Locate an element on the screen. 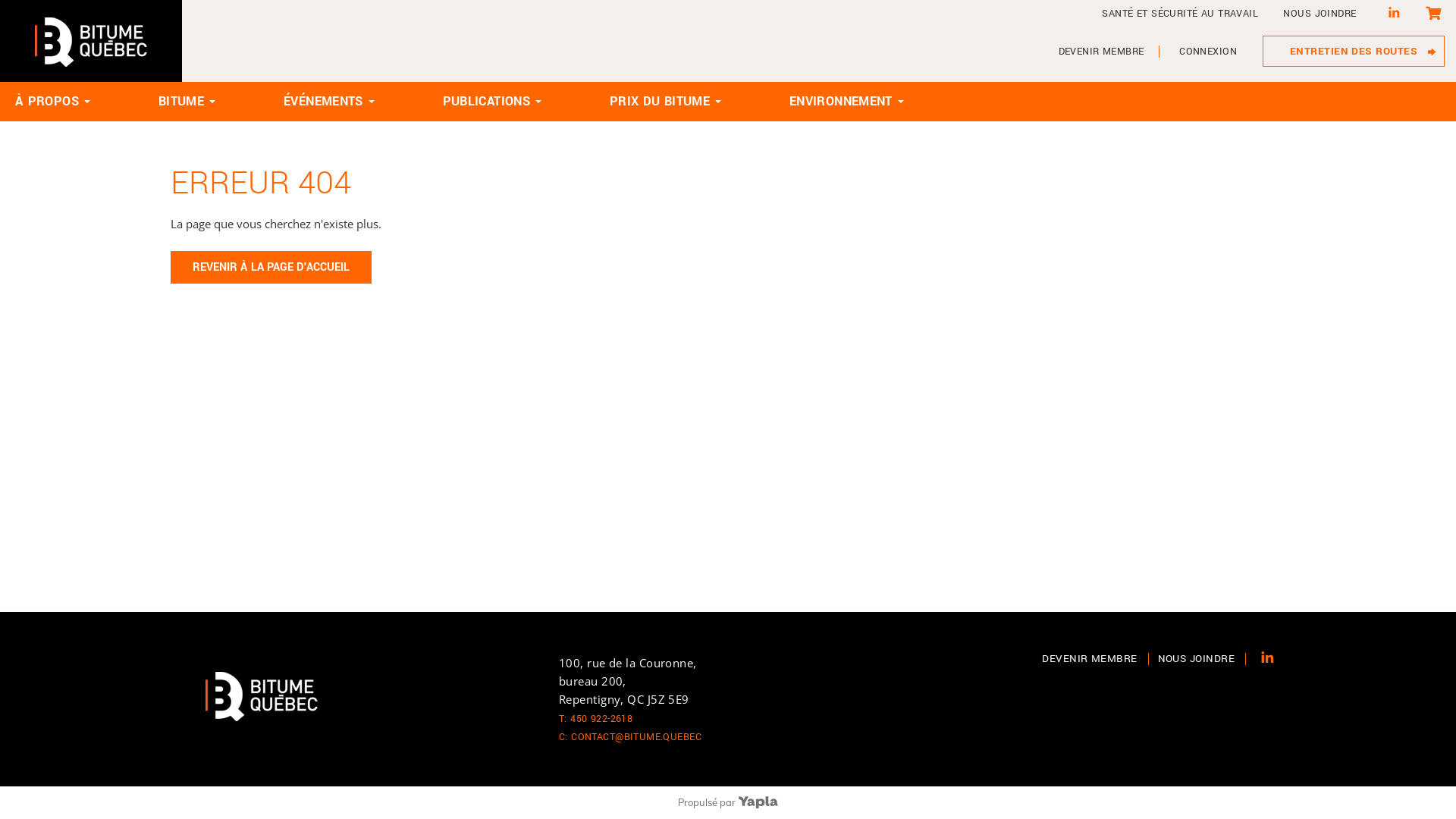 This screenshot has width=1456, height=819. 'NOUS JOINDRE' is located at coordinates (1156, 657).